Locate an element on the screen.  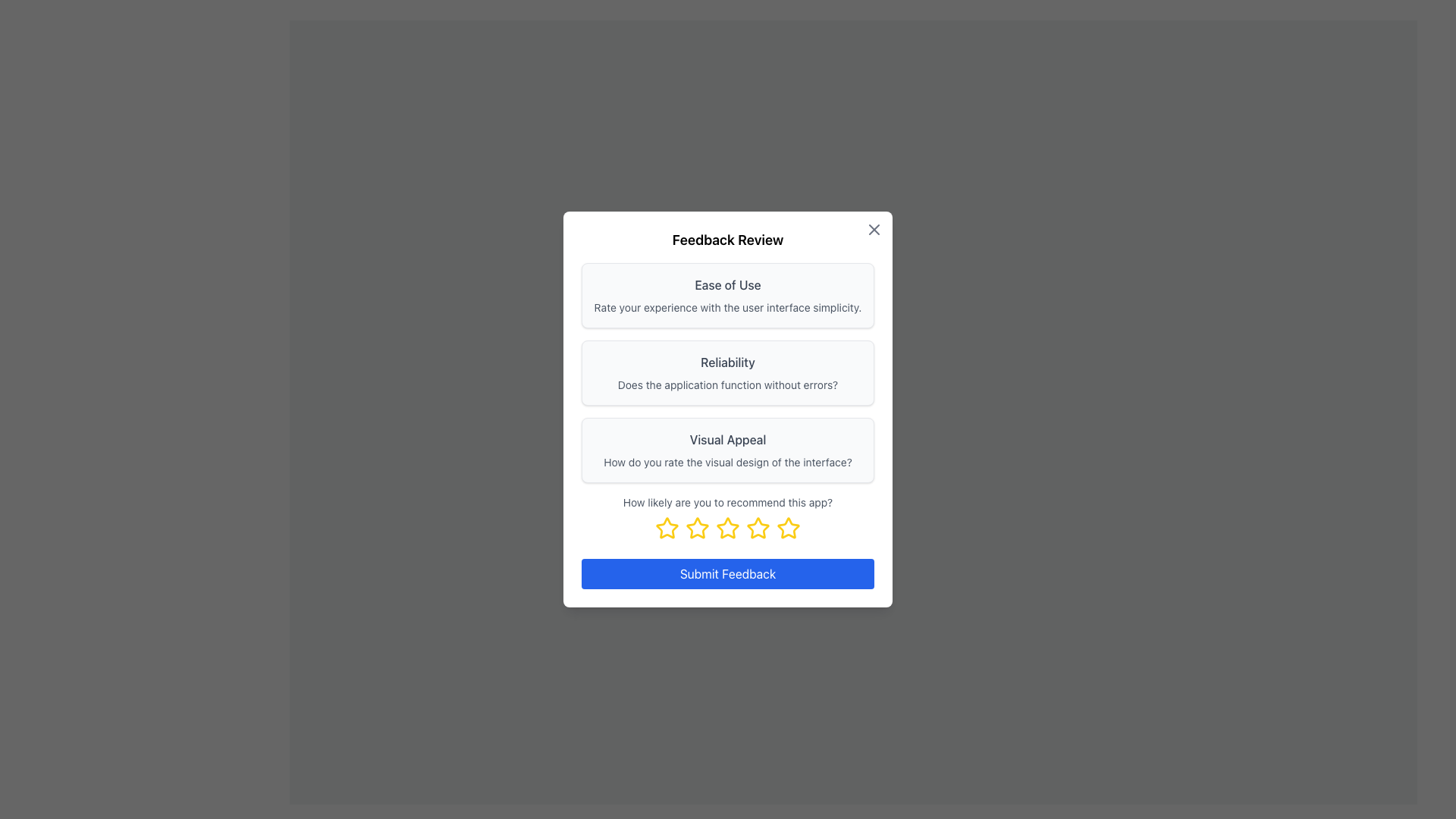
the Text label that serves as a title for the section evaluating the user's perception of the visual appeal of the interface, located in the modal dialog box labeled 'Feedback Review' is located at coordinates (728, 439).